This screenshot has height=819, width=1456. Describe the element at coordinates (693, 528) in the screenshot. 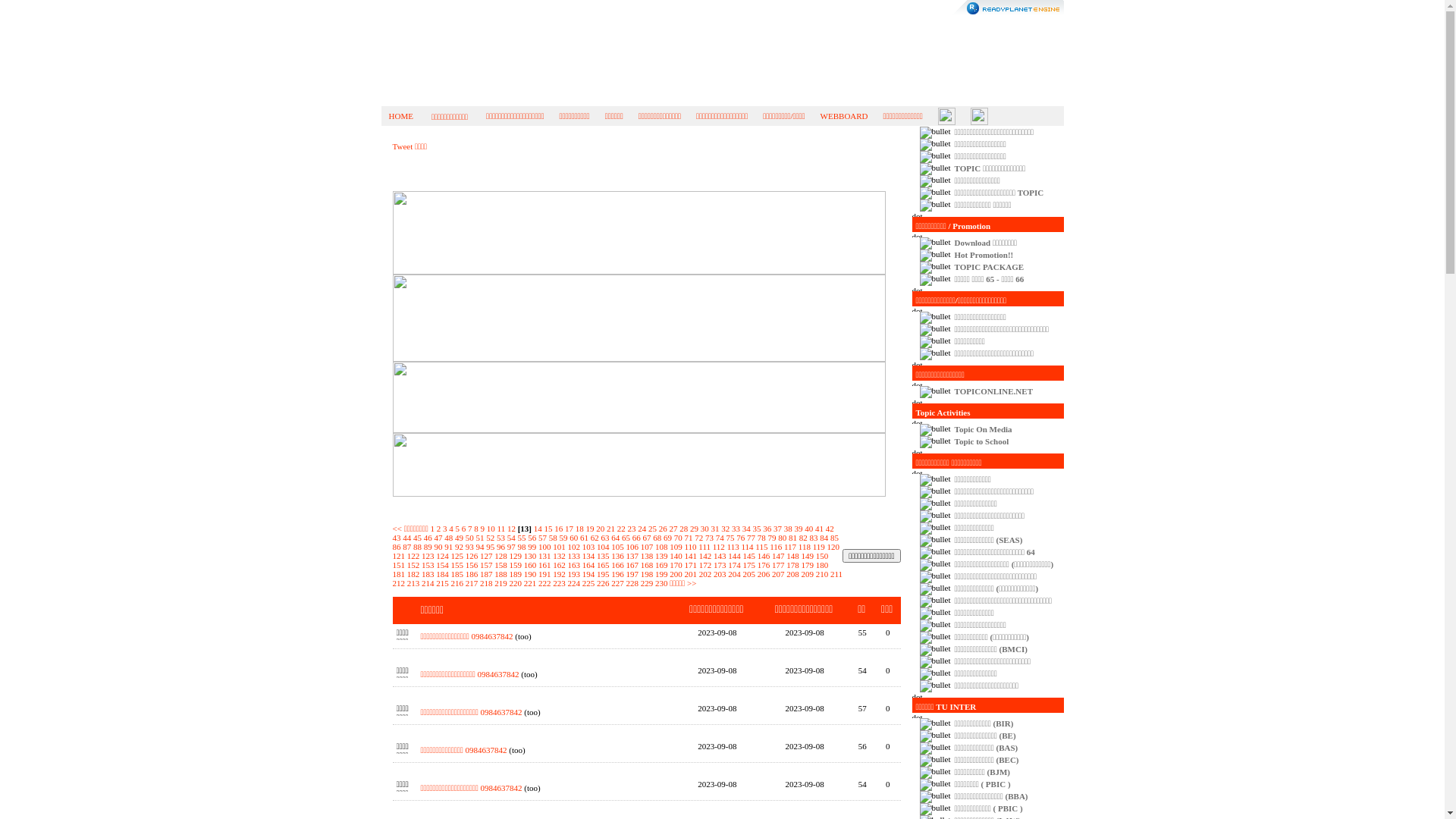

I see `'29'` at that location.